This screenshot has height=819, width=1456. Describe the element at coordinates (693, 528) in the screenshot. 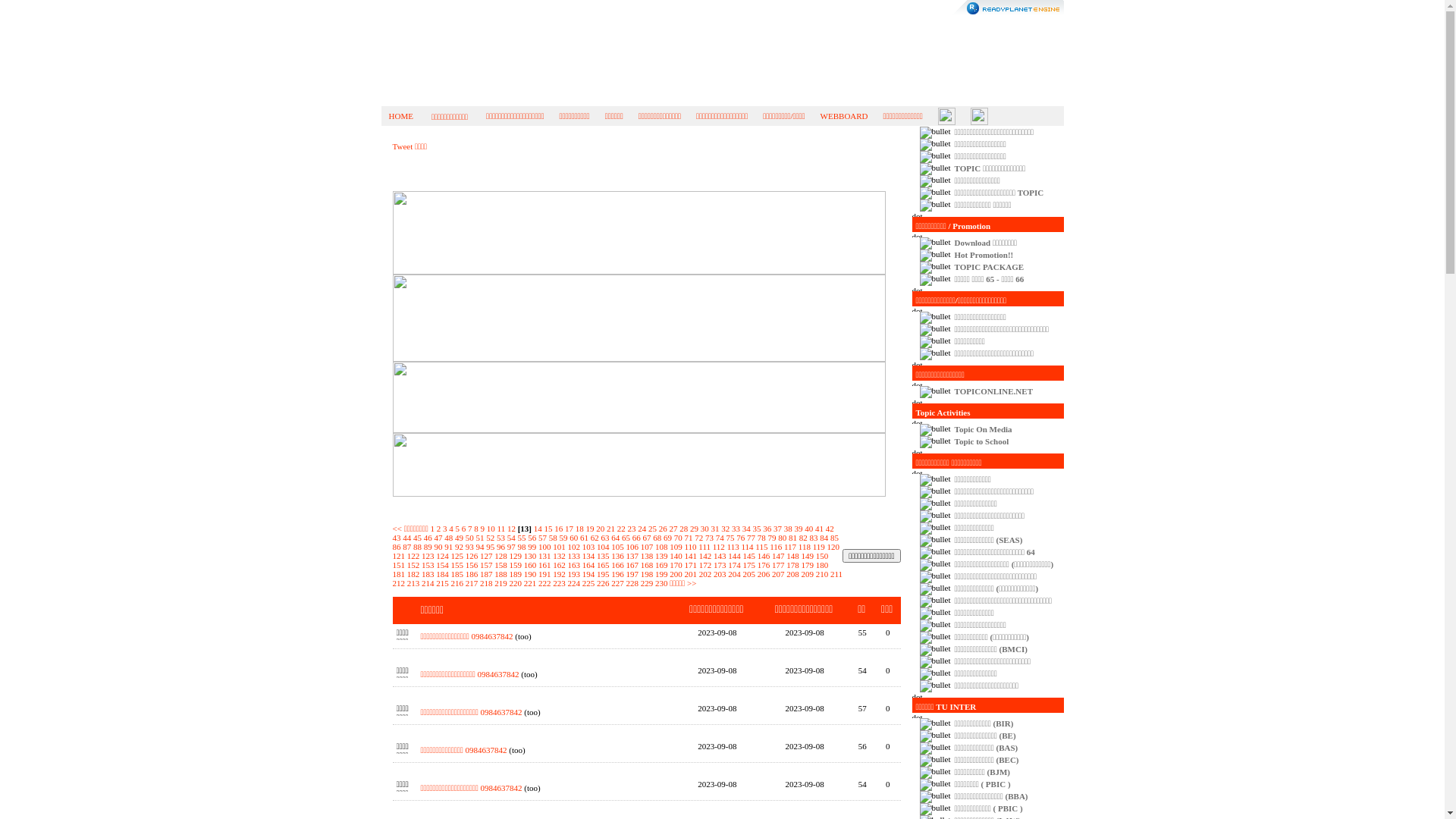

I see `'29'` at that location.